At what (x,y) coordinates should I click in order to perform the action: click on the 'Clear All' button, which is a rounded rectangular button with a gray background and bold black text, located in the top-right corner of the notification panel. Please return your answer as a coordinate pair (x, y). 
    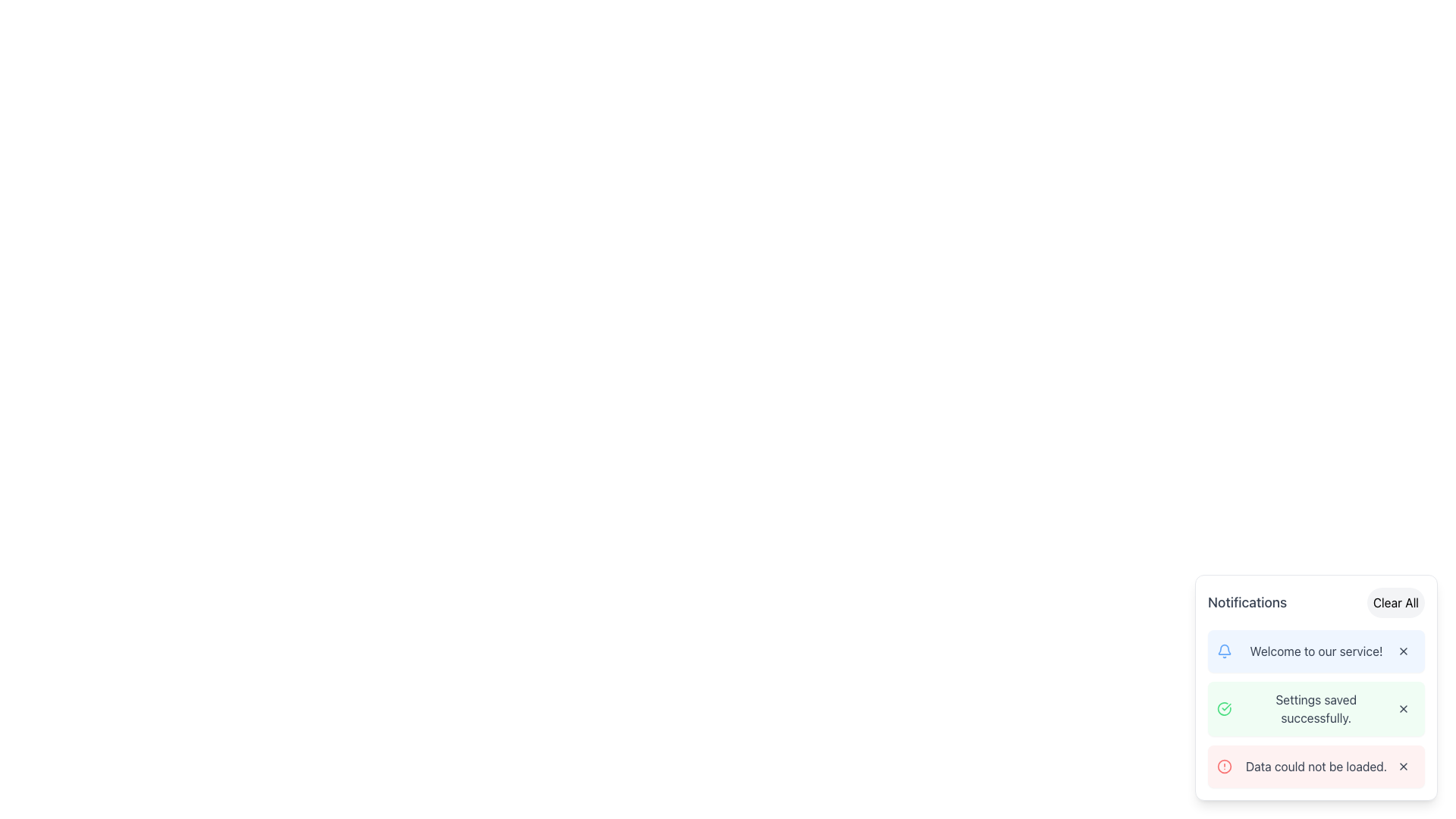
    Looking at the image, I should click on (1395, 601).